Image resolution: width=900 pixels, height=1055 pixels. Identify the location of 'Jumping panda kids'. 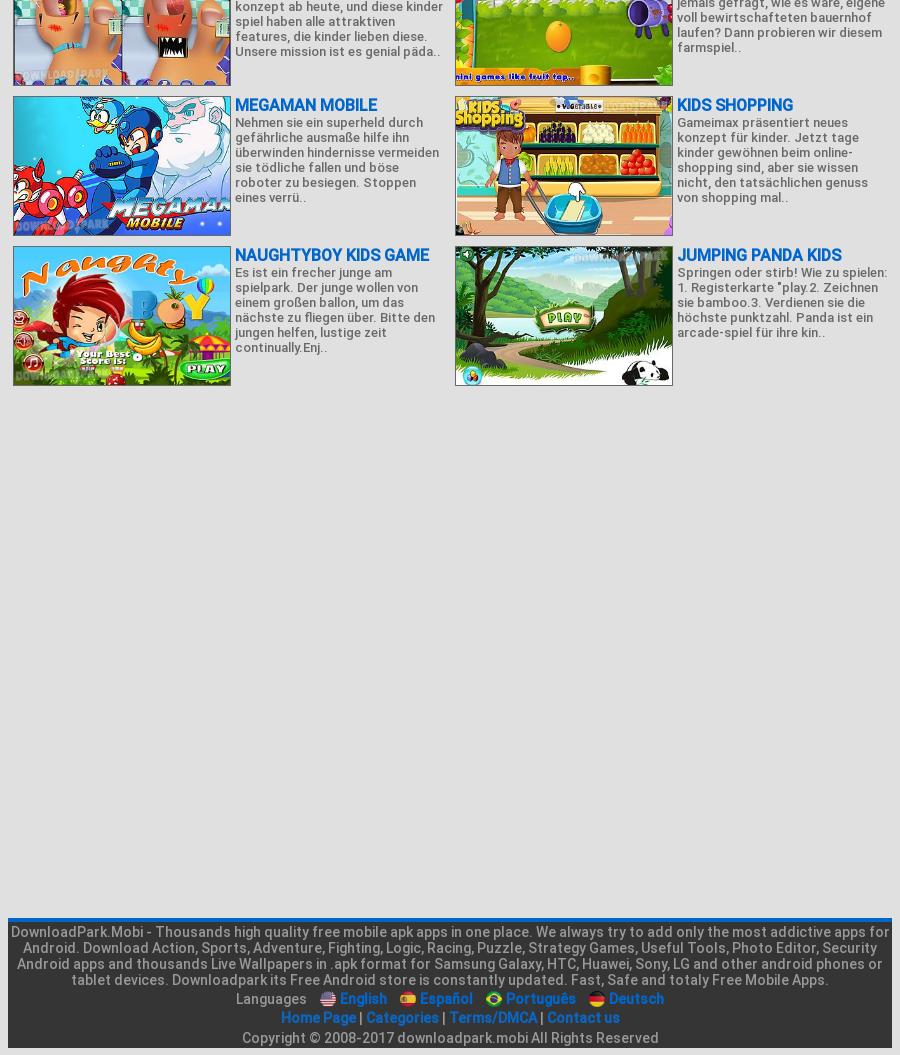
(757, 255).